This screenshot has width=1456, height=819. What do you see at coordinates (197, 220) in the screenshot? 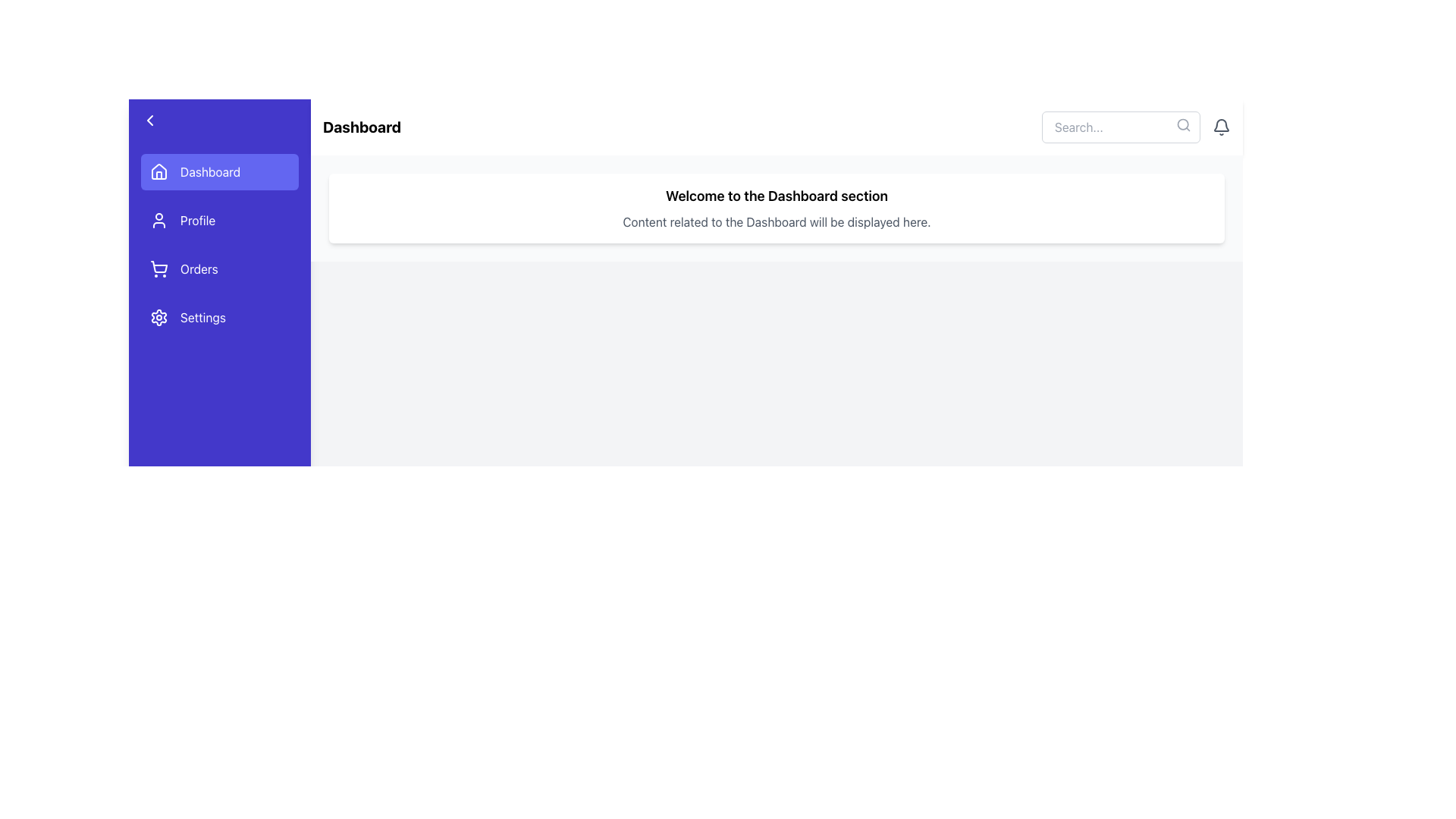
I see `the 'Profile' text label in the vertical navigation menu` at bounding box center [197, 220].